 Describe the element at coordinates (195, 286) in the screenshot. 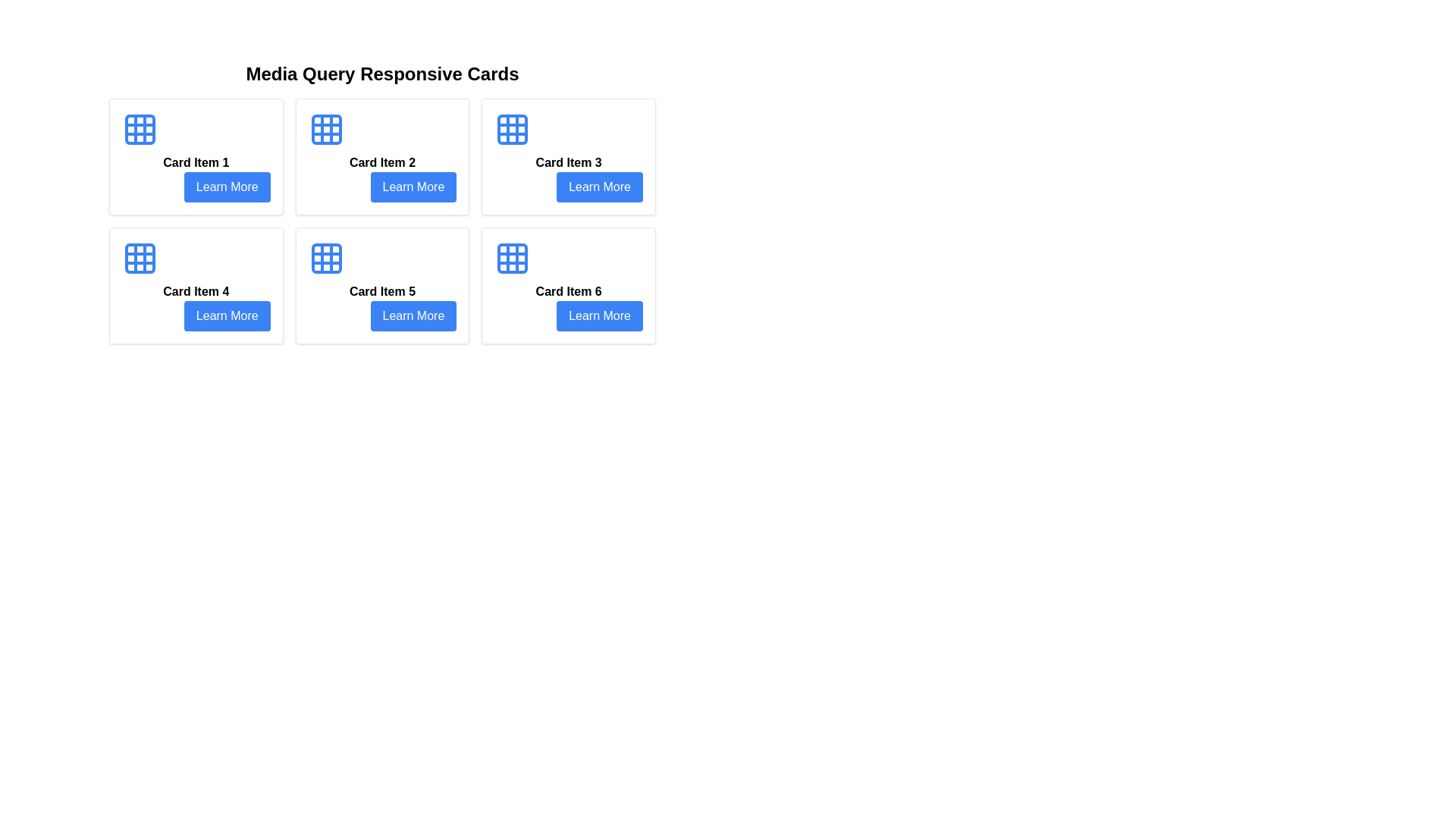

I see `the fourth card element in the grid layout, which serves as a content unit` at that location.